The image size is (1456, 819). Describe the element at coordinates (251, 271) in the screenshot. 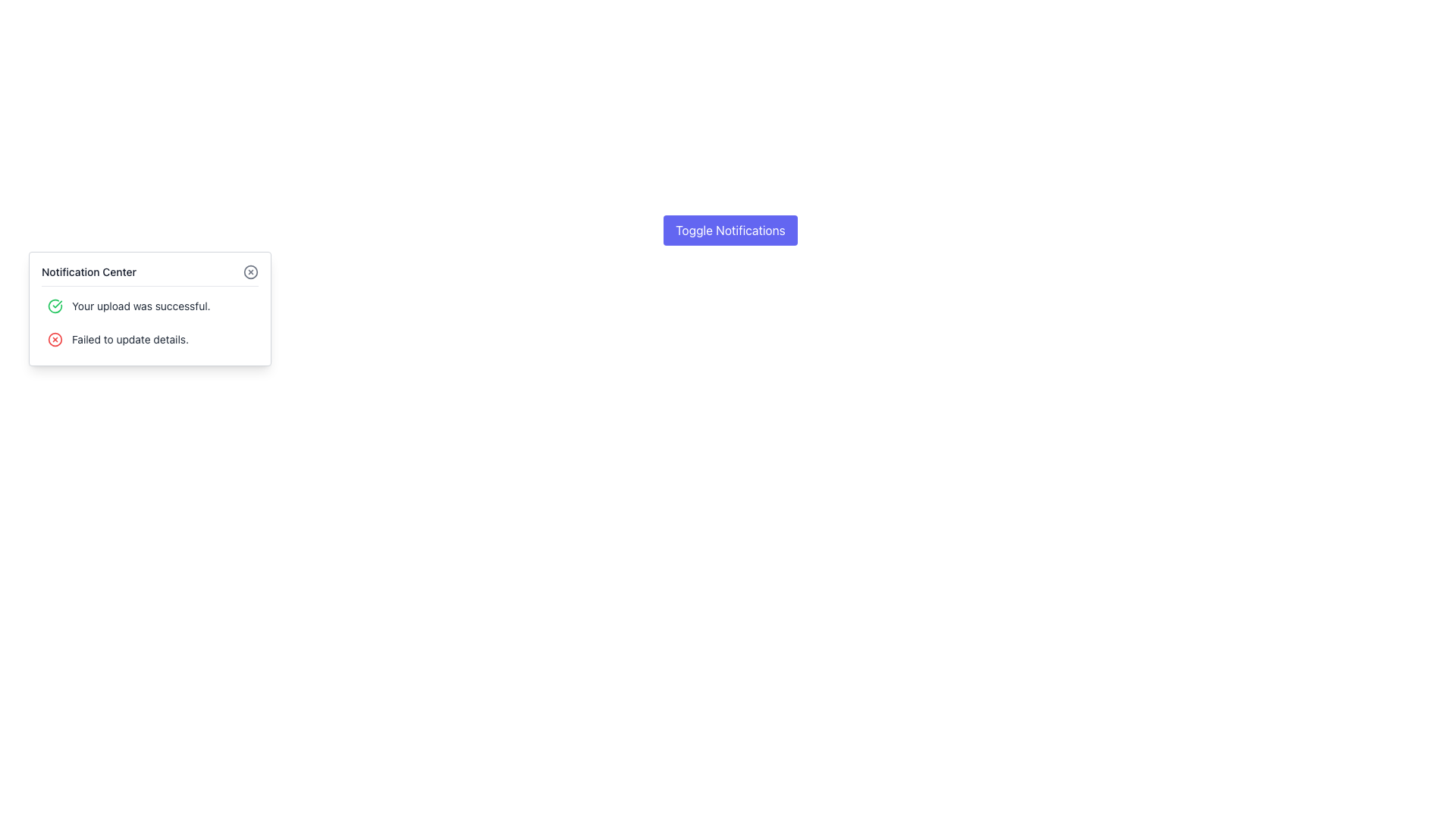

I see `the circular icon component located in the top-right corner of the notification center box` at that location.